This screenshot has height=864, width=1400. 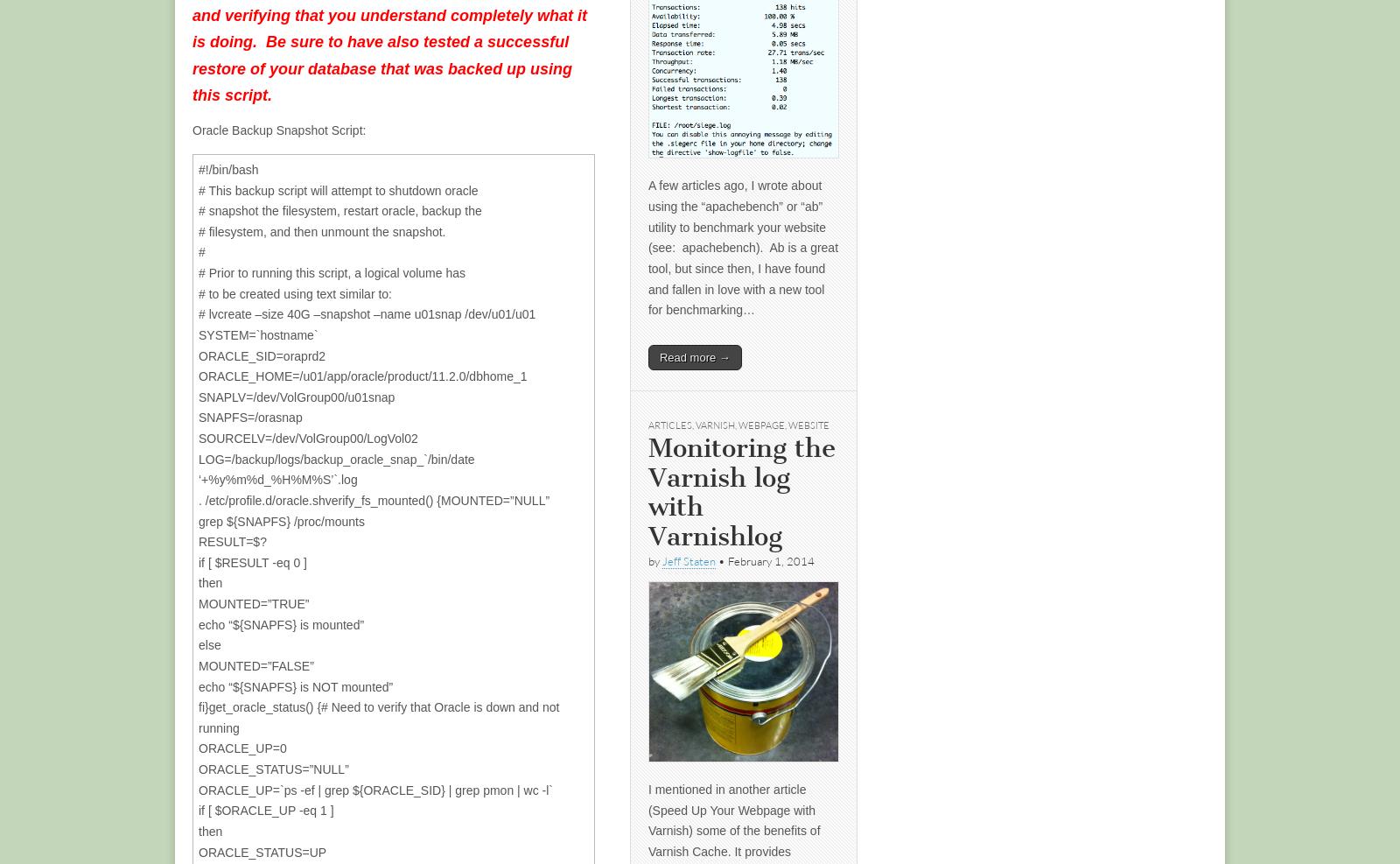 What do you see at coordinates (279, 130) in the screenshot?
I see `'Oracle Backup Snapshot Script:'` at bounding box center [279, 130].